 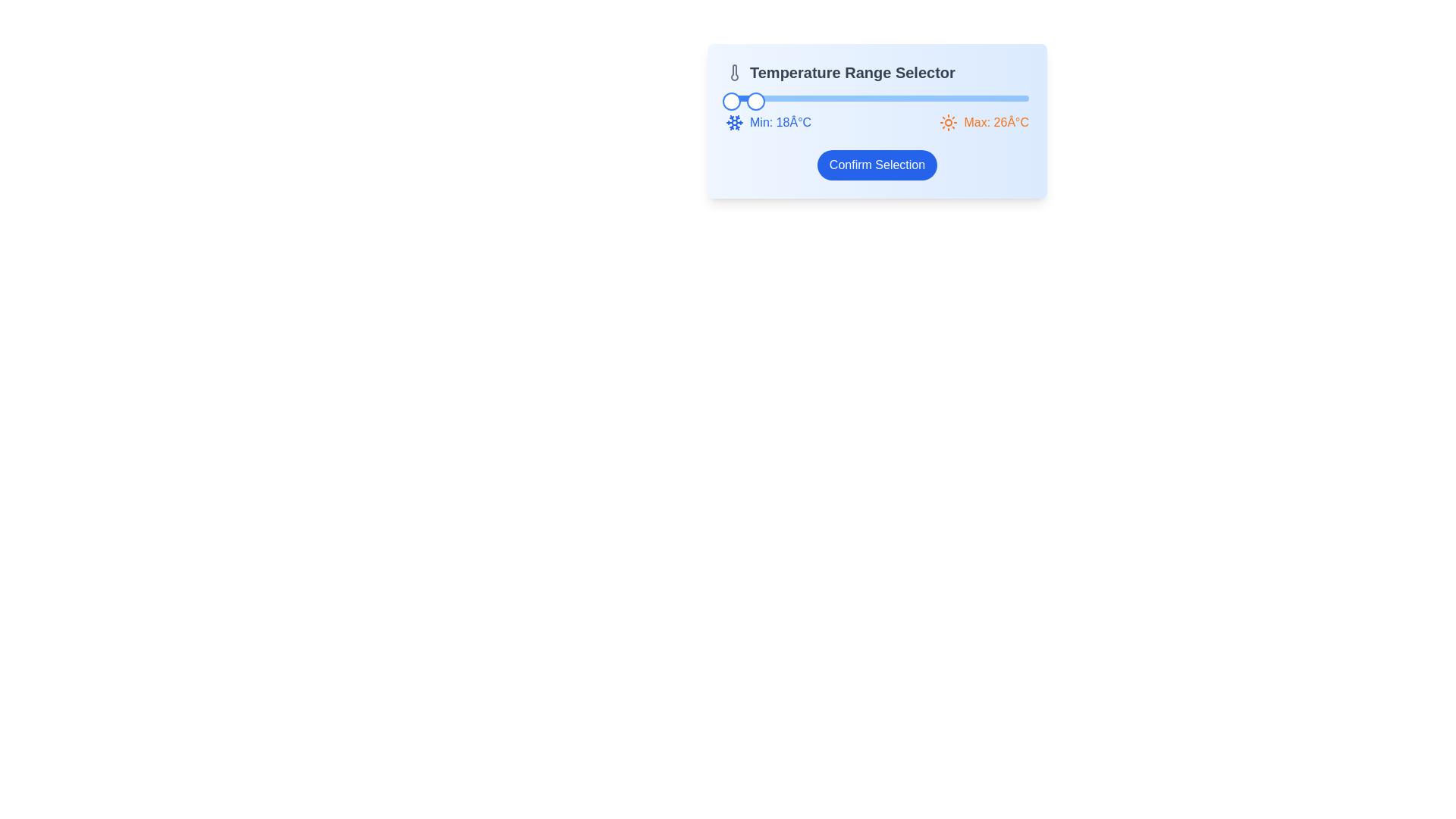 I want to click on the left slider knob, so click(x=705, y=102).